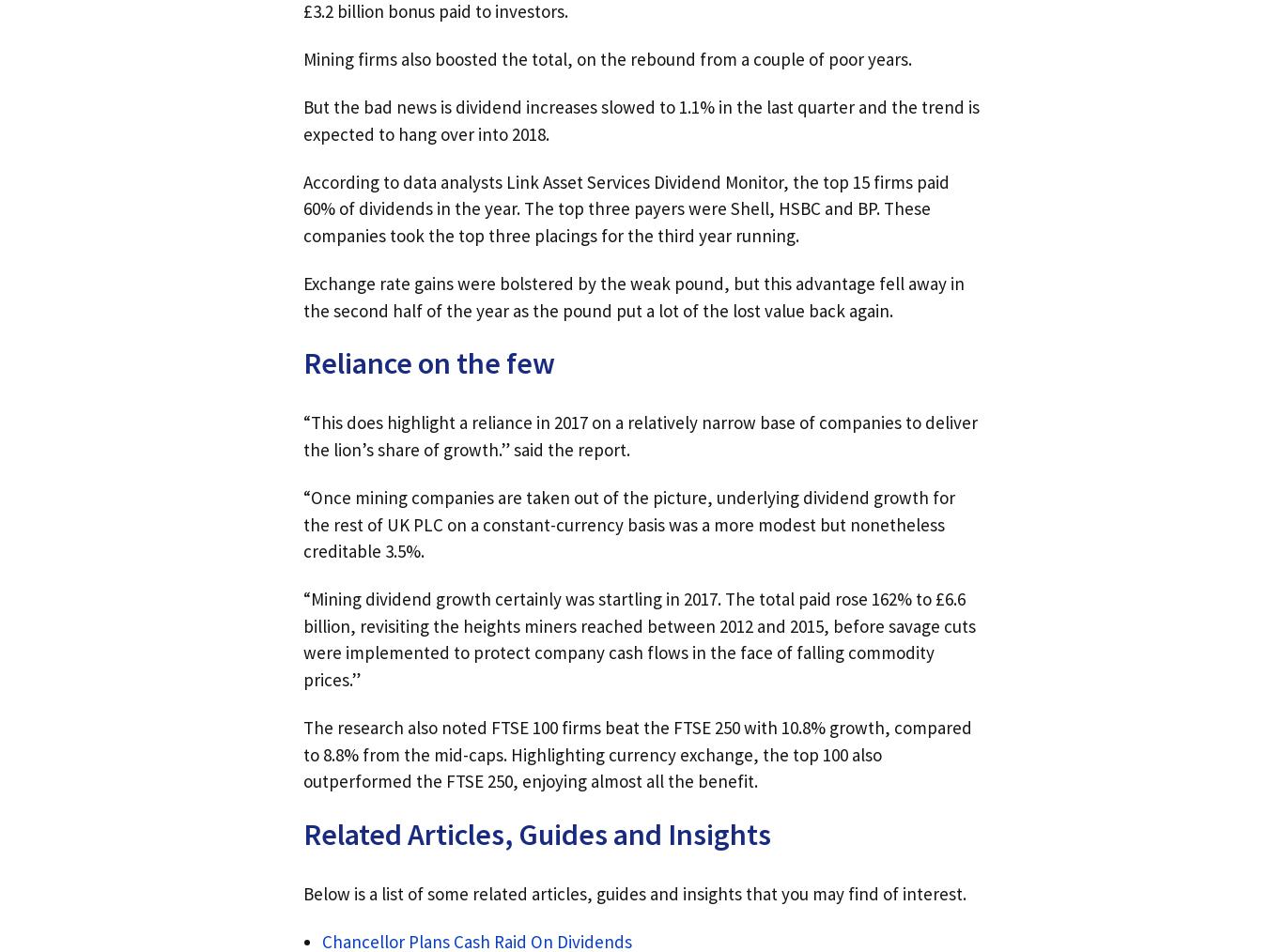 The image size is (1283, 952). Describe the element at coordinates (634, 893) in the screenshot. I see `'Below is a list of some related articles, guides and insights that you may find of interest.'` at that location.